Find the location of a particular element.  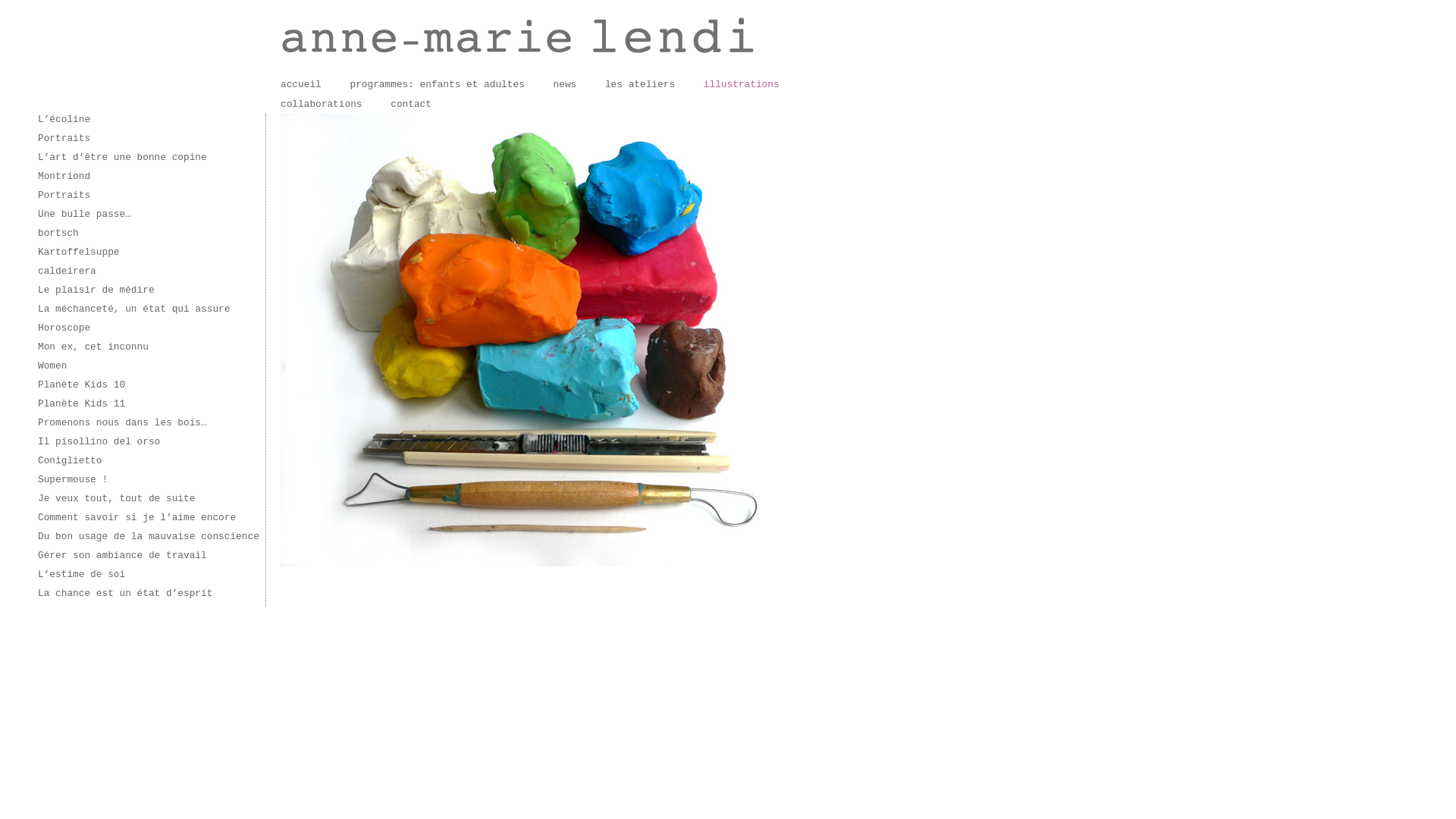

'collaborations' is located at coordinates (320, 103).